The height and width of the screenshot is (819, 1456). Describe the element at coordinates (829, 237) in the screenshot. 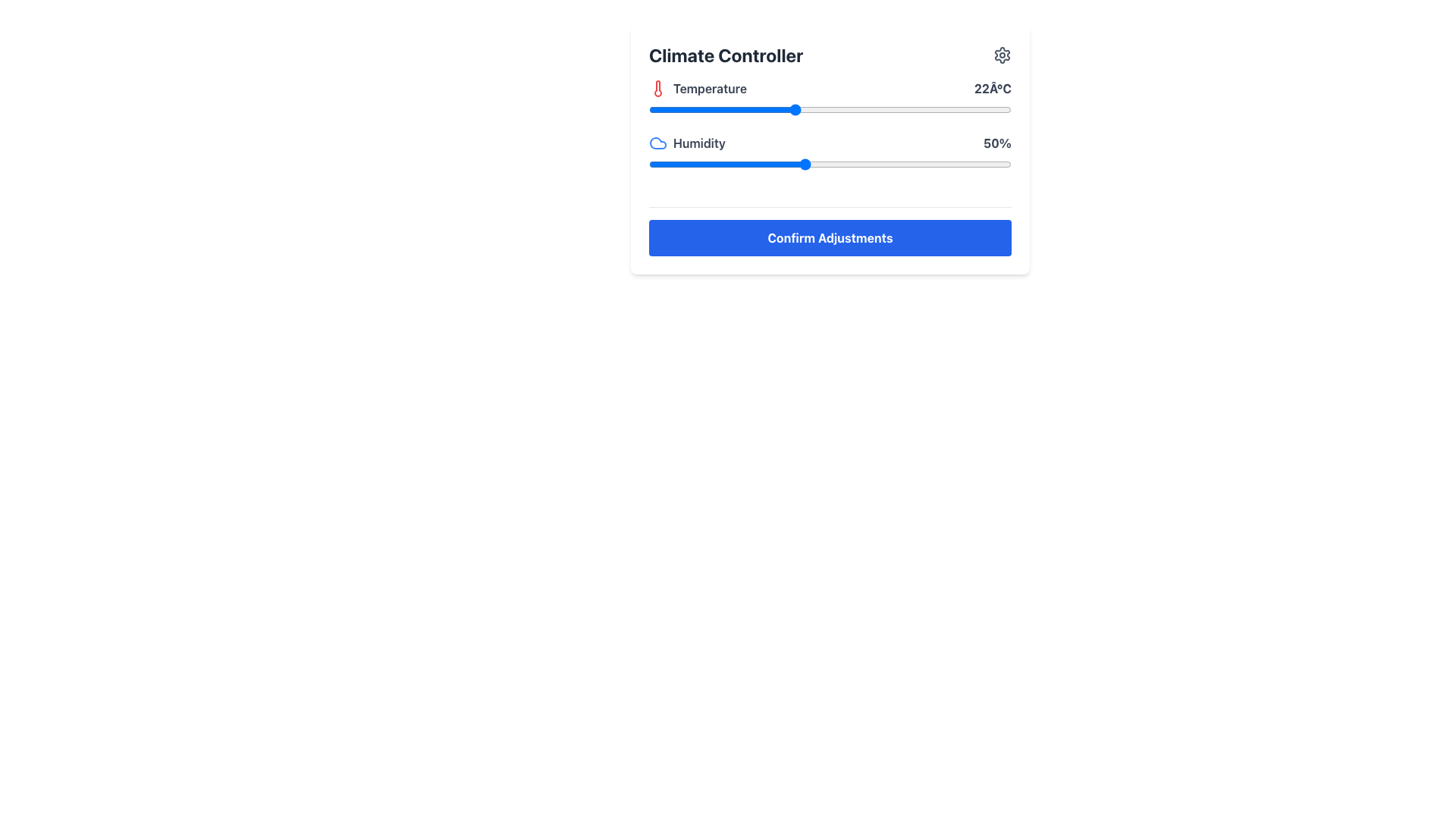

I see `the 'Confirm Adjustments' button, which is a rectangular button with rounded corners, featuring a vivid blue background and white bold text, located at the bottom of the 'Climate Controller' card` at that location.